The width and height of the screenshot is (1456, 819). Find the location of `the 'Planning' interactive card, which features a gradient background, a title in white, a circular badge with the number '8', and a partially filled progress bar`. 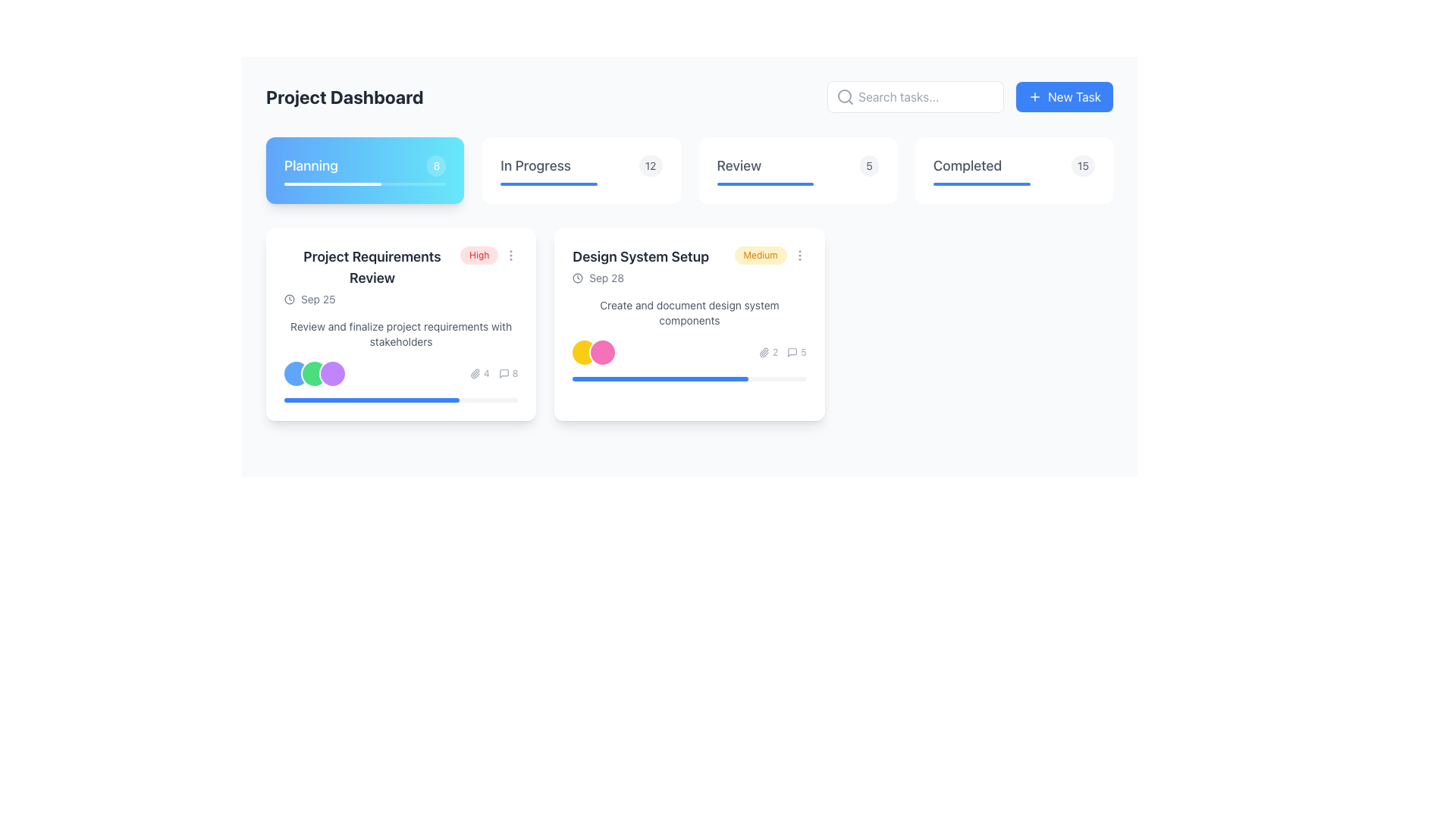

the 'Planning' interactive card, which features a gradient background, a title in white, a circular badge with the number '8', and a partially filled progress bar is located at coordinates (365, 170).